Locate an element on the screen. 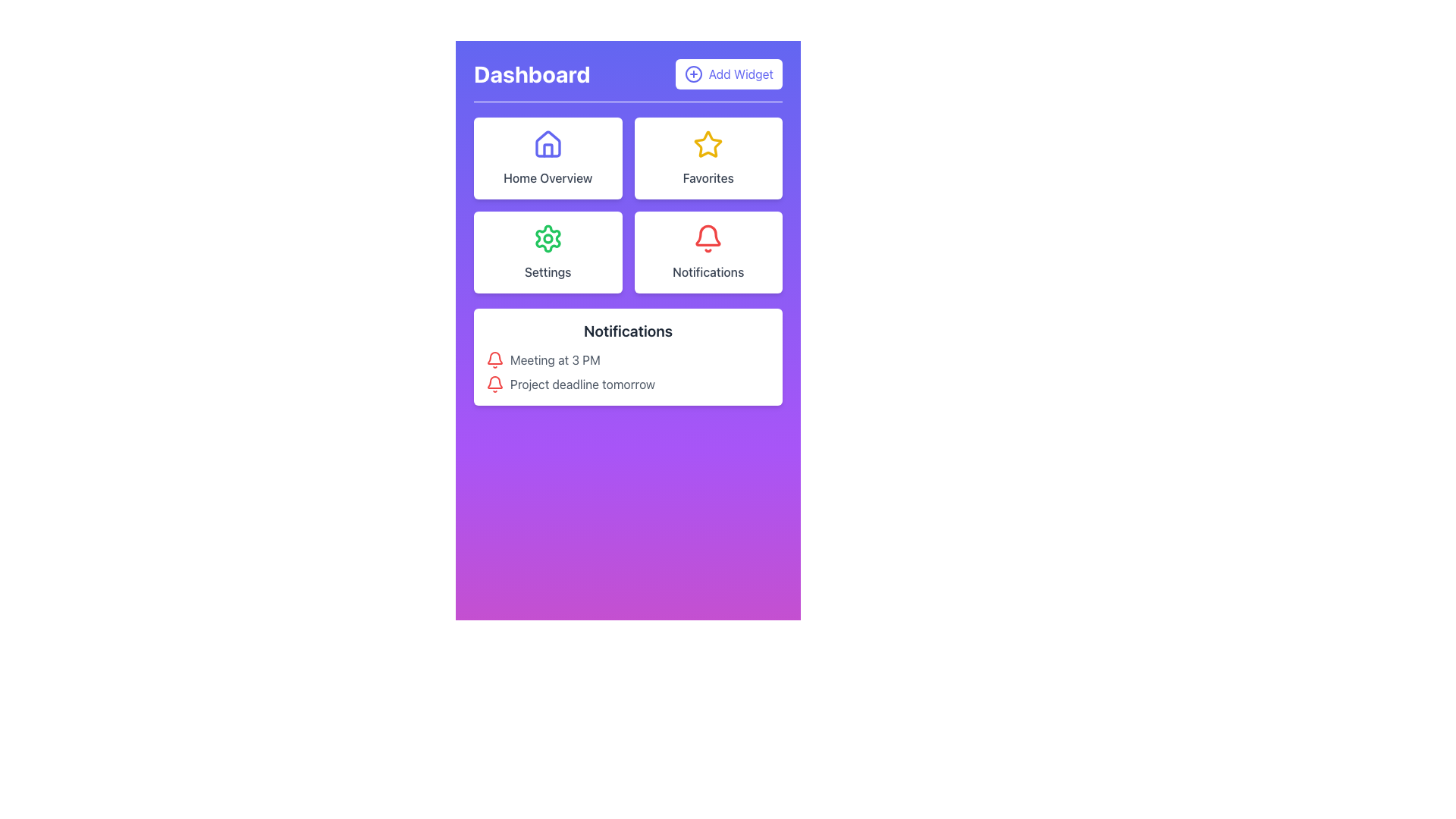 The height and width of the screenshot is (819, 1456). the star icon located in the top right corner of the main grid within the 'Favorites' section is located at coordinates (708, 144).